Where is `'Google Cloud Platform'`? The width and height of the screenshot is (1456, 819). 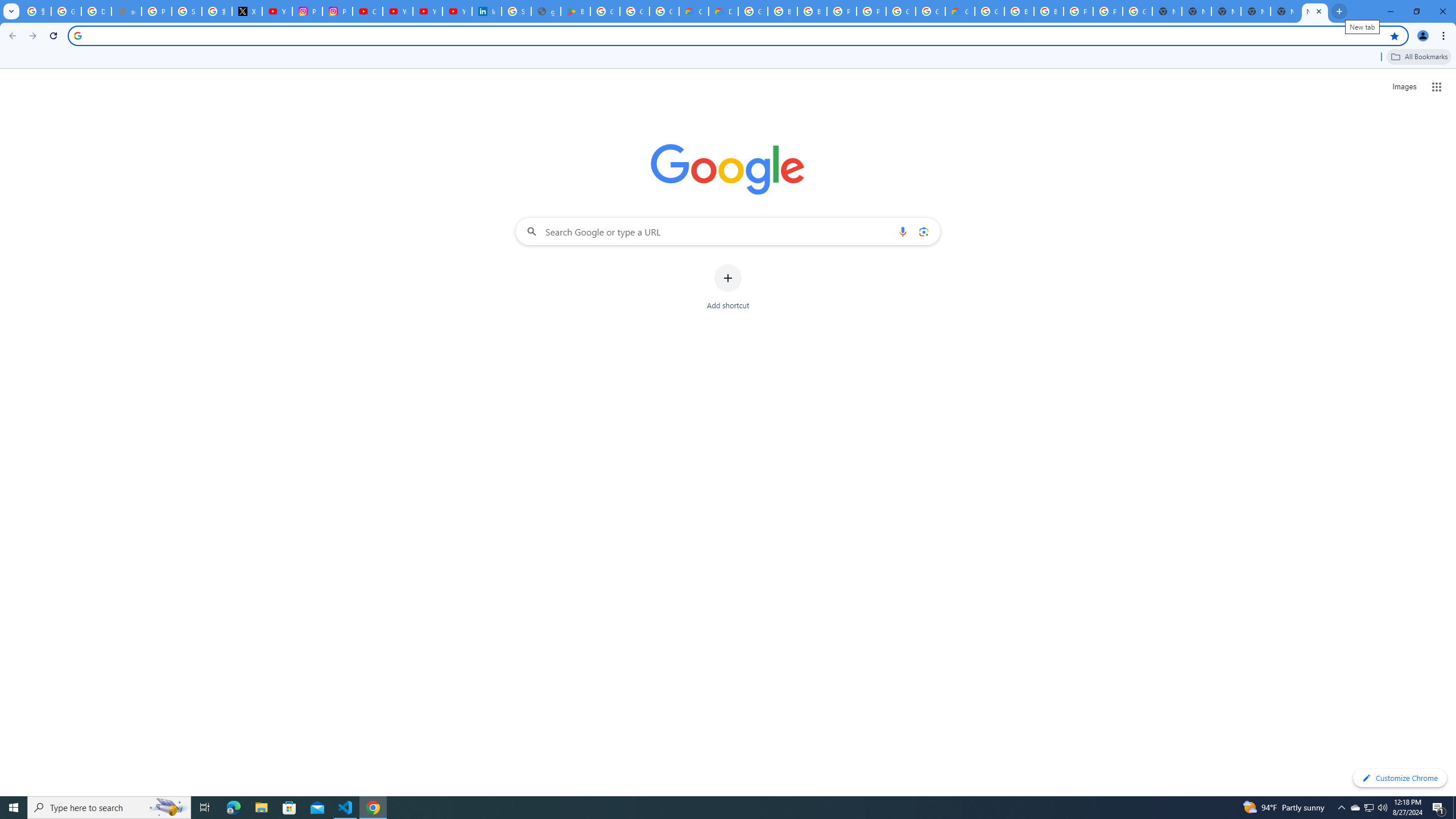 'Google Cloud Platform' is located at coordinates (929, 11).